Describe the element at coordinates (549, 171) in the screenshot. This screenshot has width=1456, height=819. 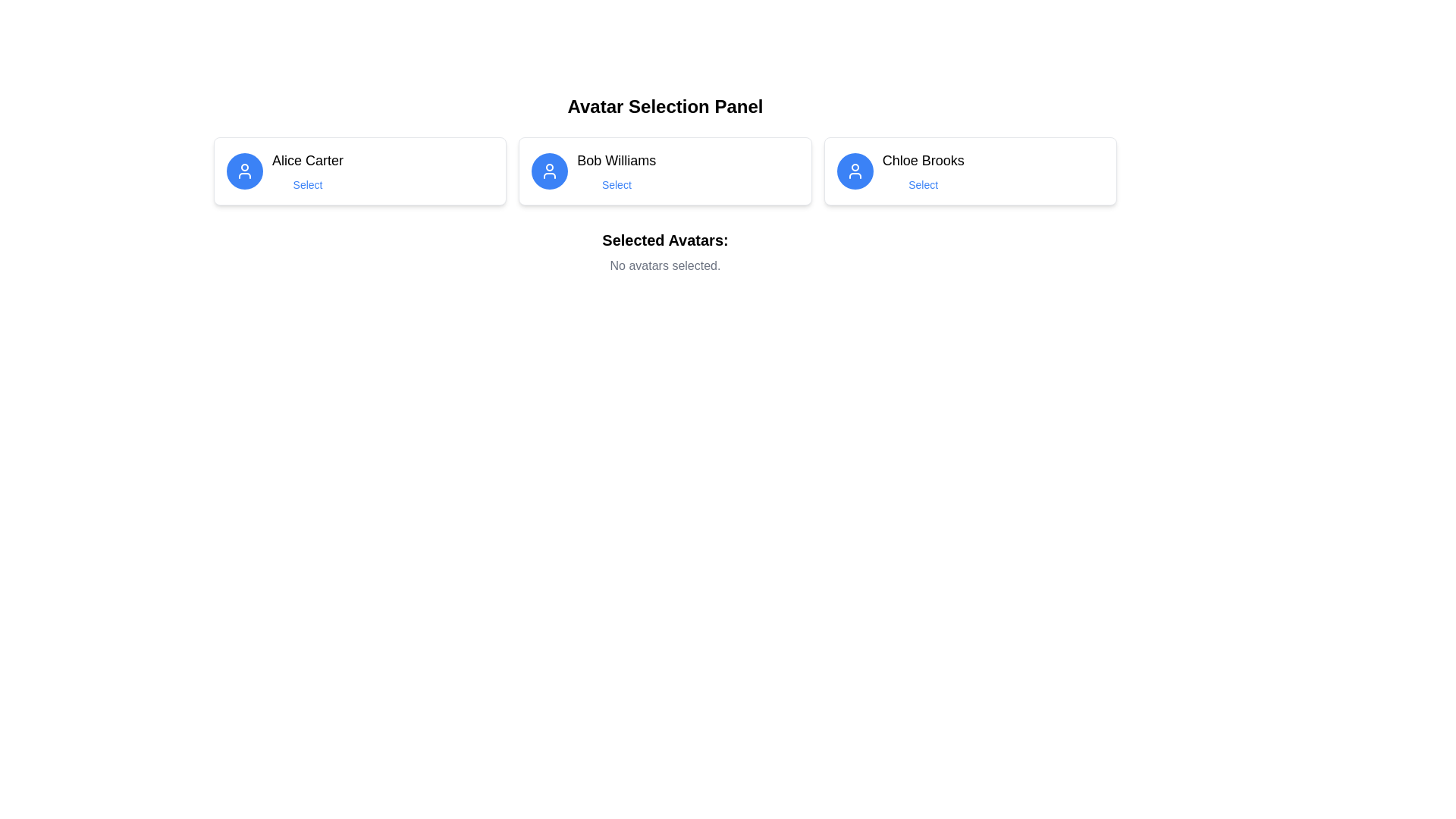
I see `the user icon with a circular blue background and a white silhouette of a person, located at the top center of the 'Bob Williams' card` at that location.